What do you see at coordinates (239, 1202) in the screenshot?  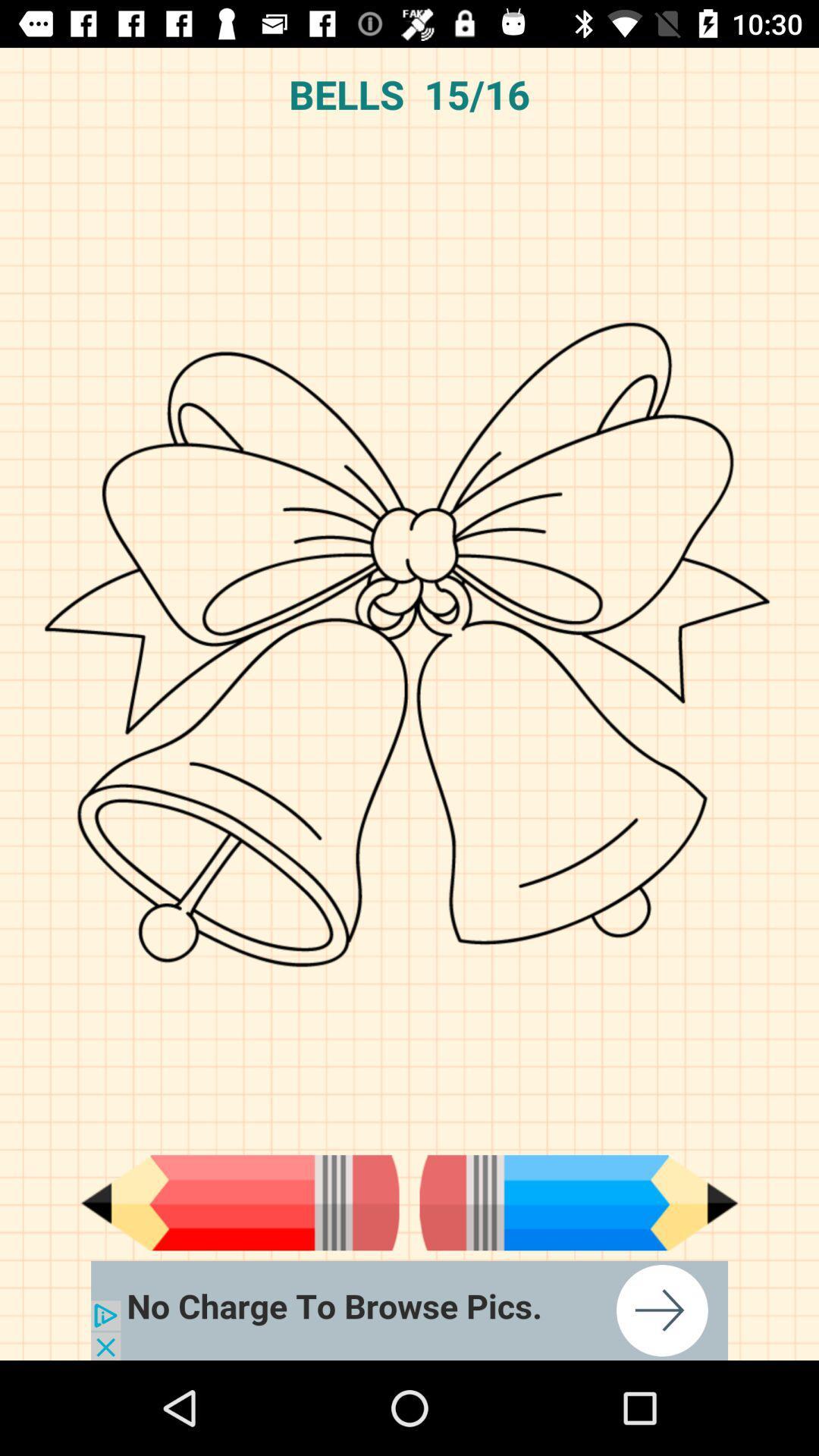 I see `pen` at bounding box center [239, 1202].